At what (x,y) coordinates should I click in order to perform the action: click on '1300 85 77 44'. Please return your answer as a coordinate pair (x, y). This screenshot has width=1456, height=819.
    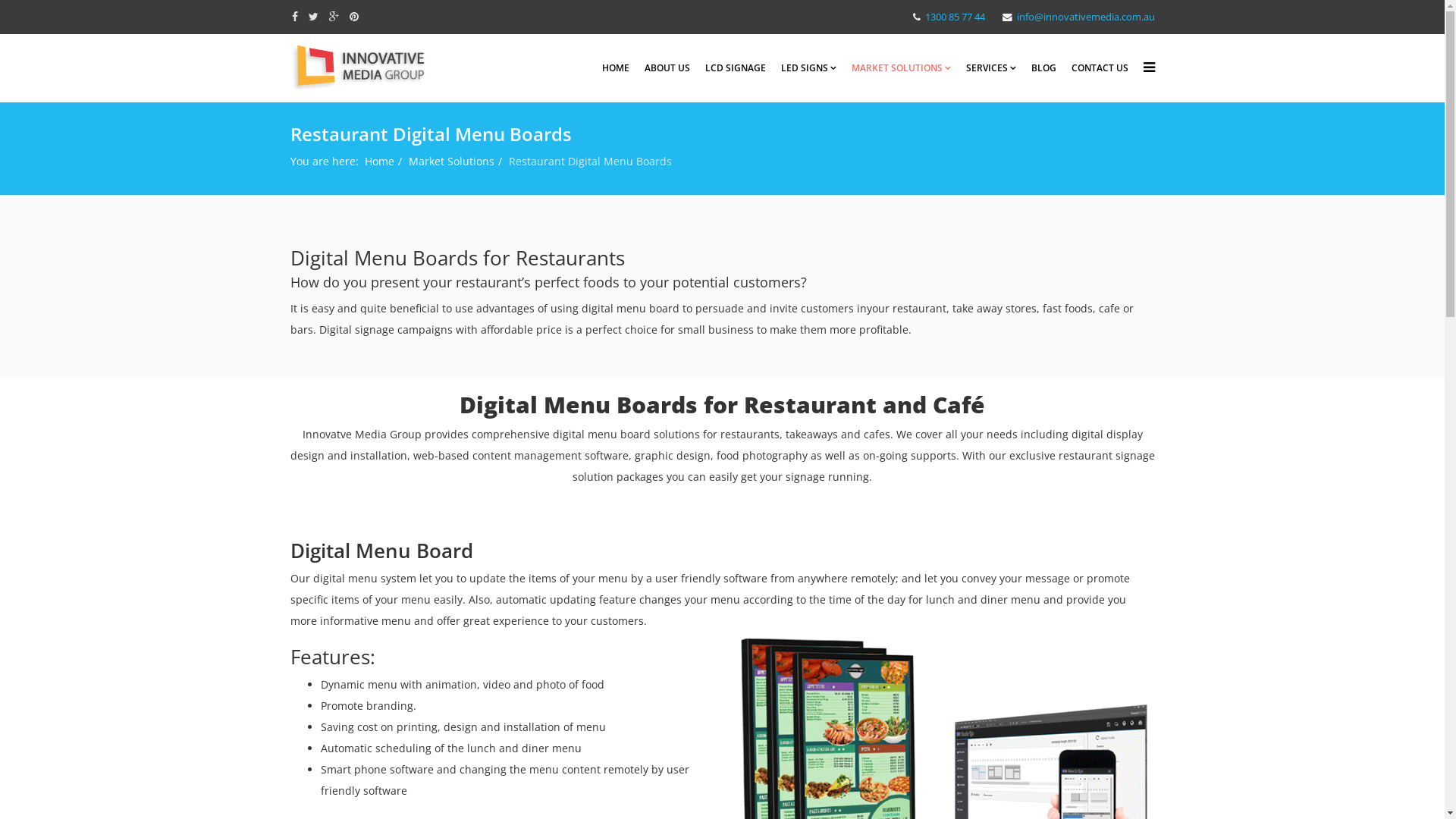
    Looking at the image, I should click on (954, 17).